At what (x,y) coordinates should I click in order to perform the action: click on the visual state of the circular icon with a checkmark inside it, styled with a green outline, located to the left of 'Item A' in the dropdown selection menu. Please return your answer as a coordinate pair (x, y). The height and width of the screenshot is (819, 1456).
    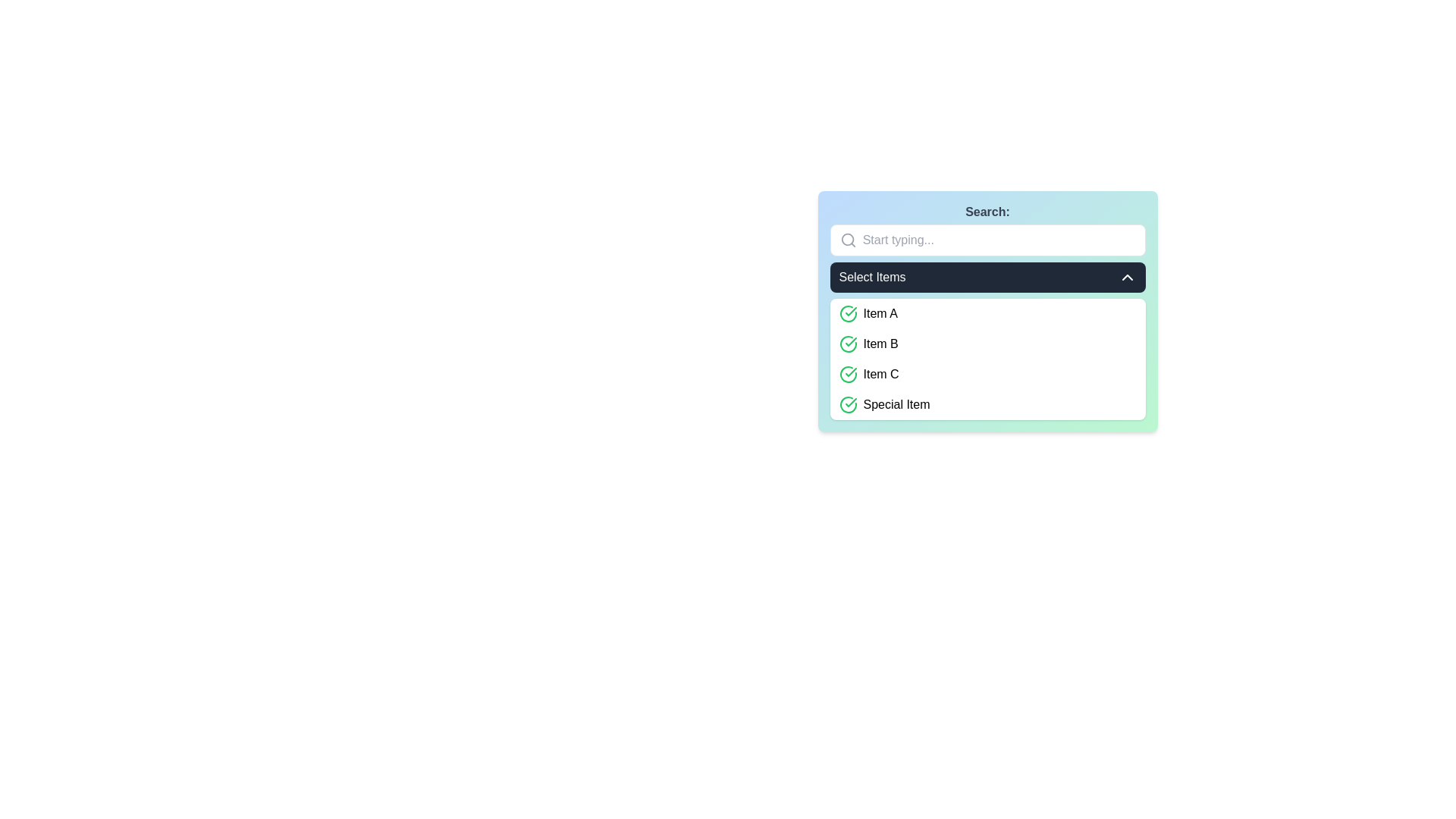
    Looking at the image, I should click on (847, 312).